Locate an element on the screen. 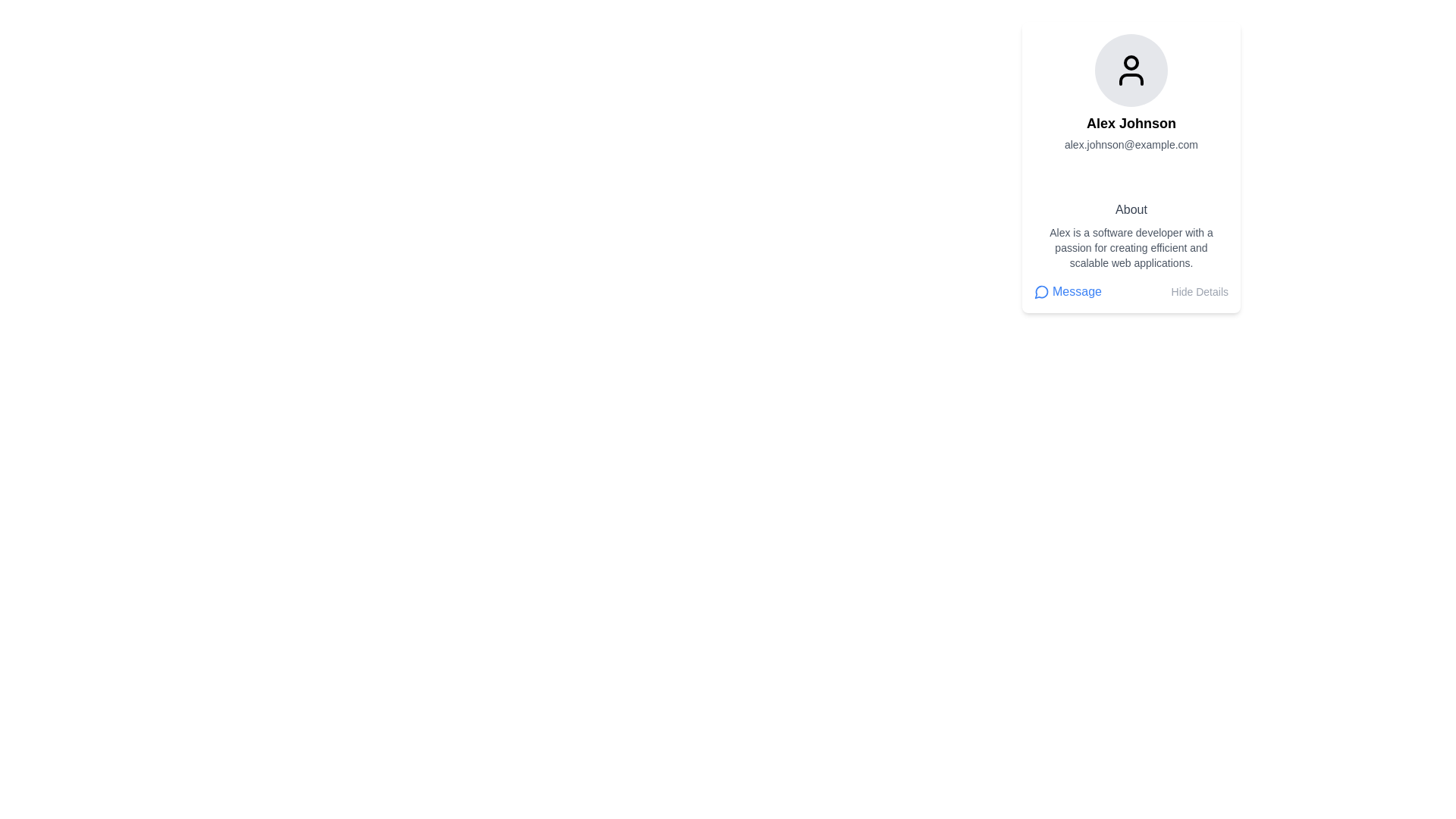 The width and height of the screenshot is (1456, 819). the messaging icon located in the lower-left section of the user profile card, which indicates the option for sending messages is located at coordinates (1040, 292).